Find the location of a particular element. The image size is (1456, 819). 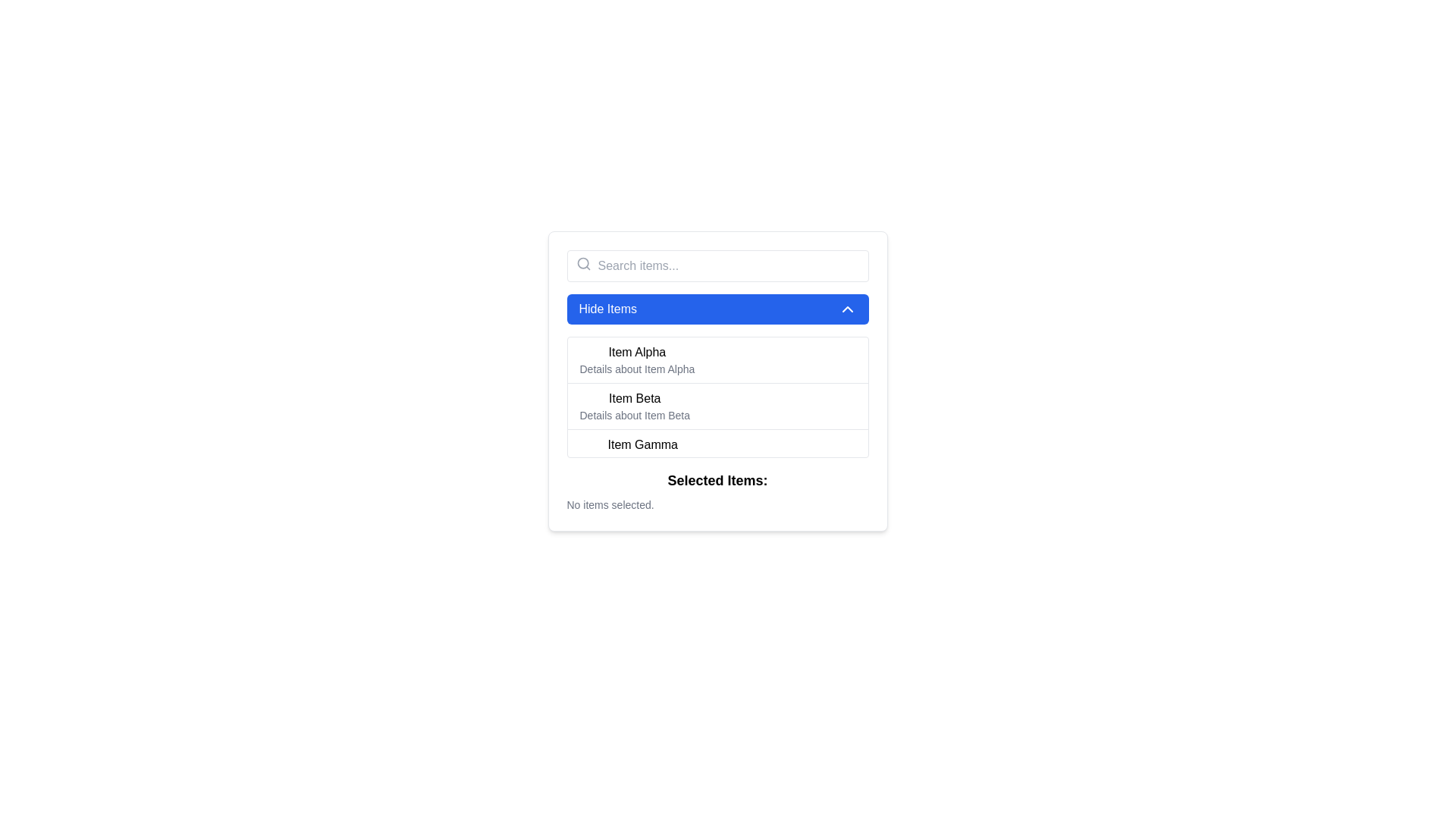

the first list item displaying detailed information about 'Item Alpha' to trigger its hover state is located at coordinates (717, 359).